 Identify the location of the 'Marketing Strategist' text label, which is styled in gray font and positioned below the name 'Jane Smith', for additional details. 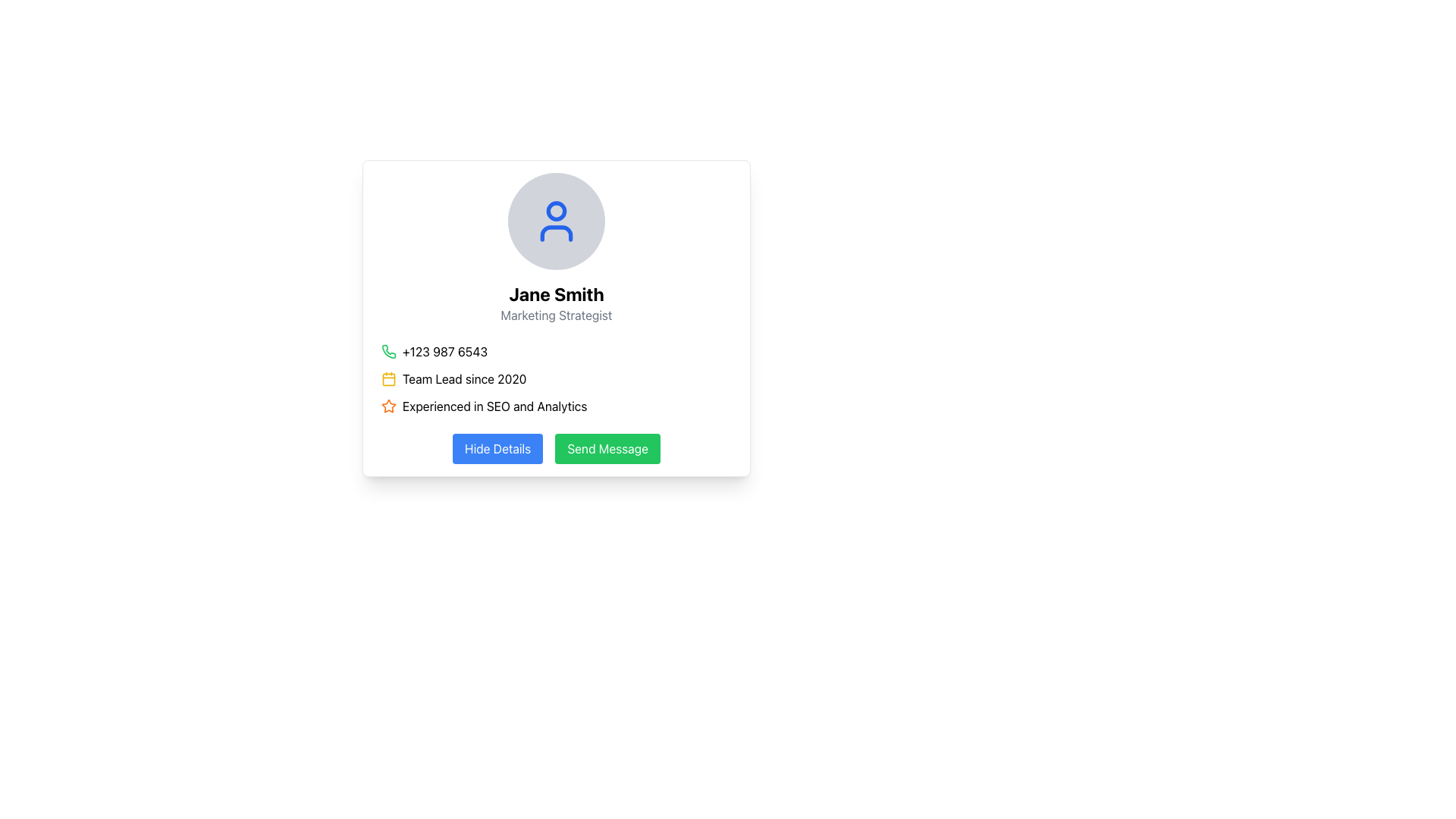
(556, 315).